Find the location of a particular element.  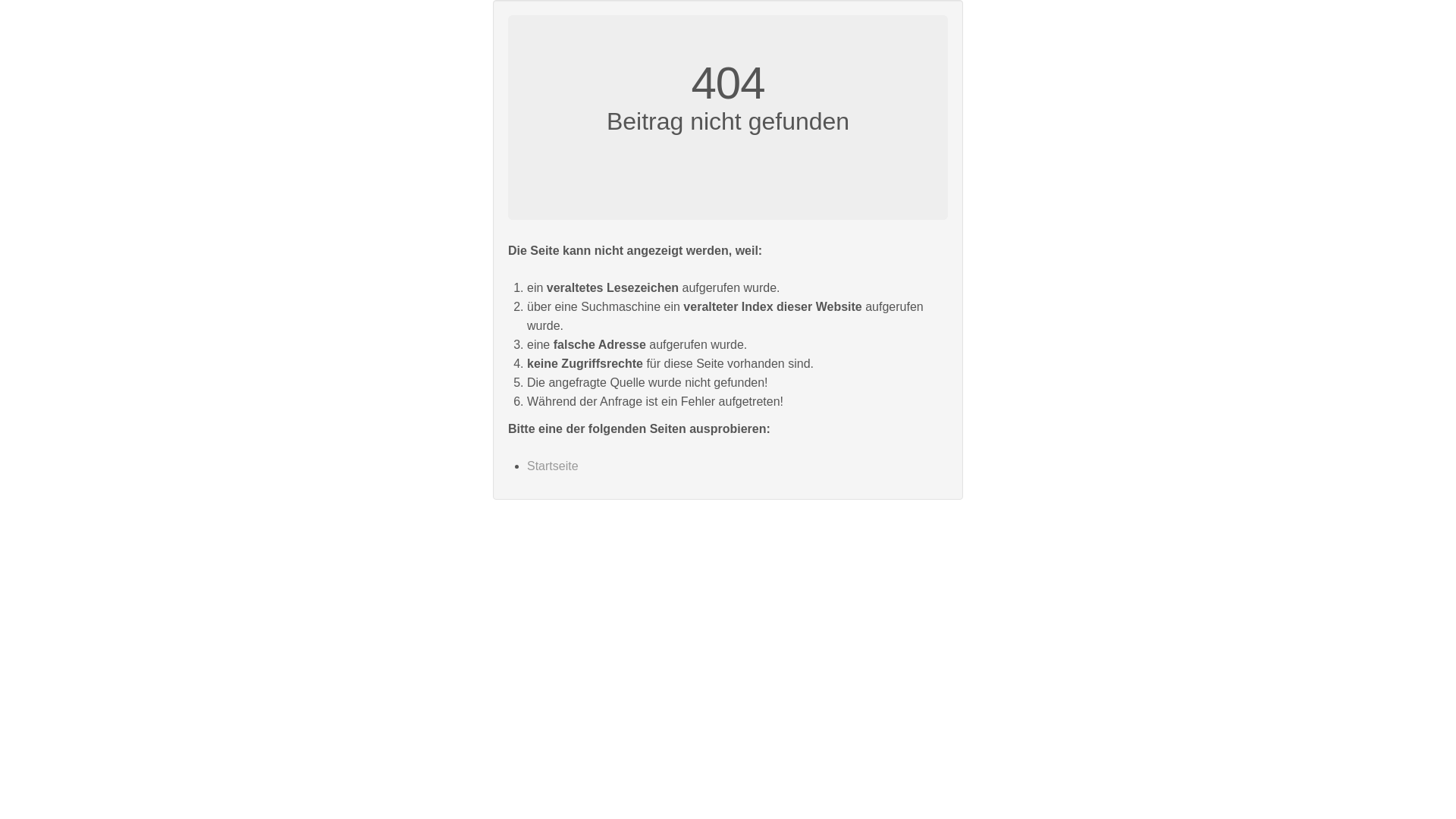

'Startseite' is located at coordinates (552, 465).